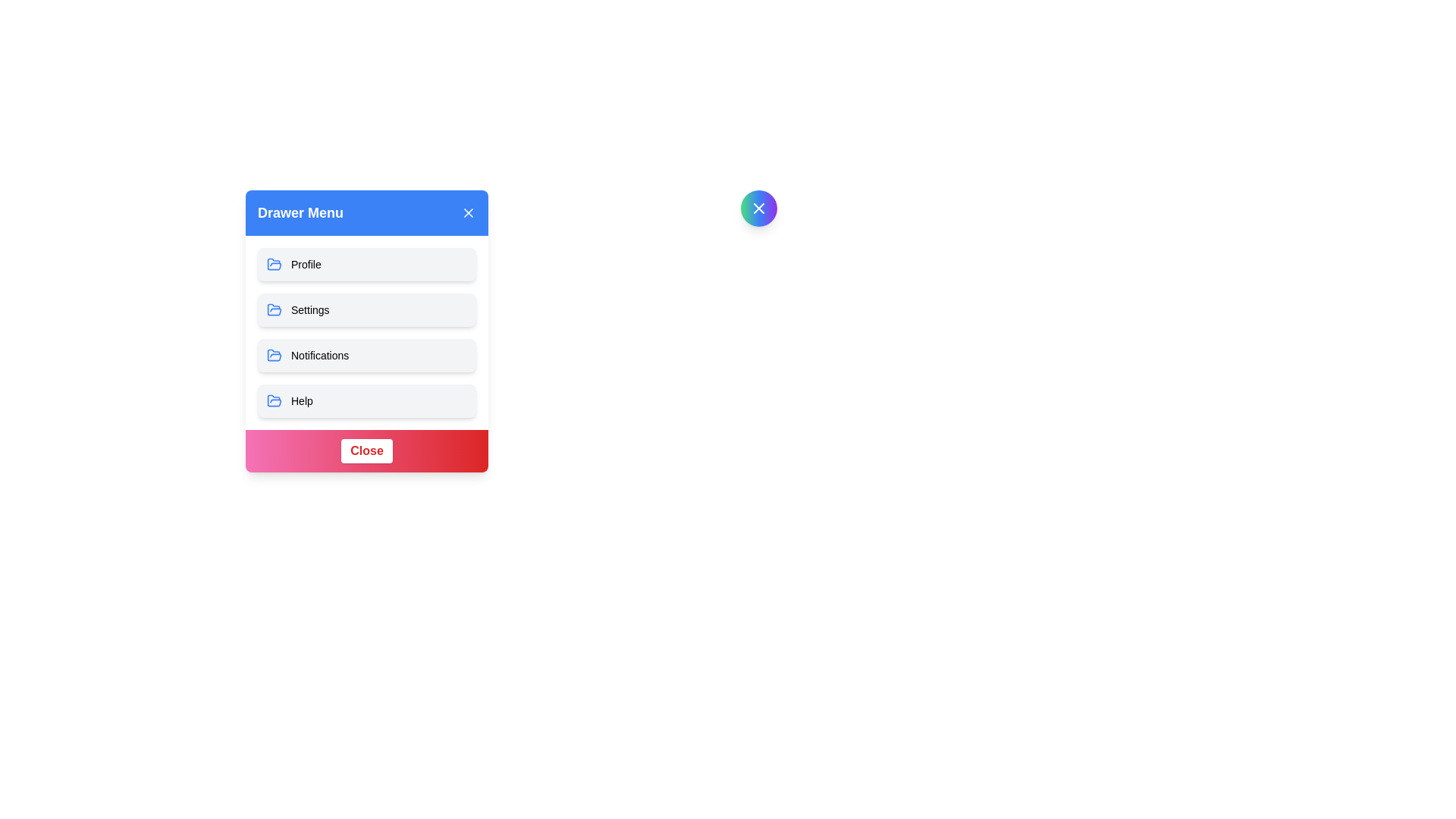 This screenshot has width=1456, height=819. What do you see at coordinates (274, 309) in the screenshot?
I see `the small folder icon with a blue outline located to the left of the 'Settings' text label in the 'Drawer Menu'` at bounding box center [274, 309].